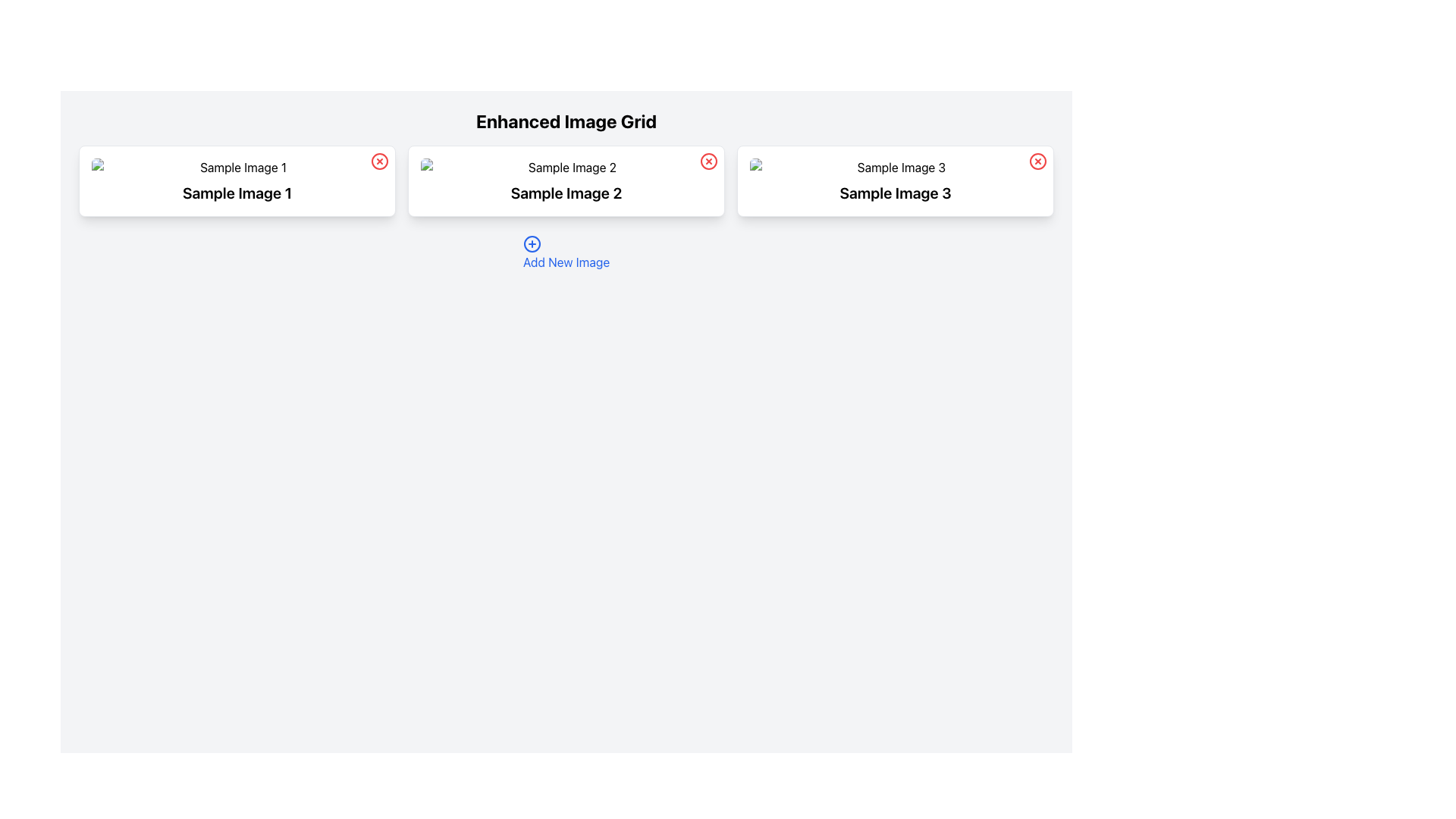 The height and width of the screenshot is (819, 1456). What do you see at coordinates (566, 167) in the screenshot?
I see `the 'Sample Image 2' image placeholder within the 'Enhanced Image Grid'` at bounding box center [566, 167].